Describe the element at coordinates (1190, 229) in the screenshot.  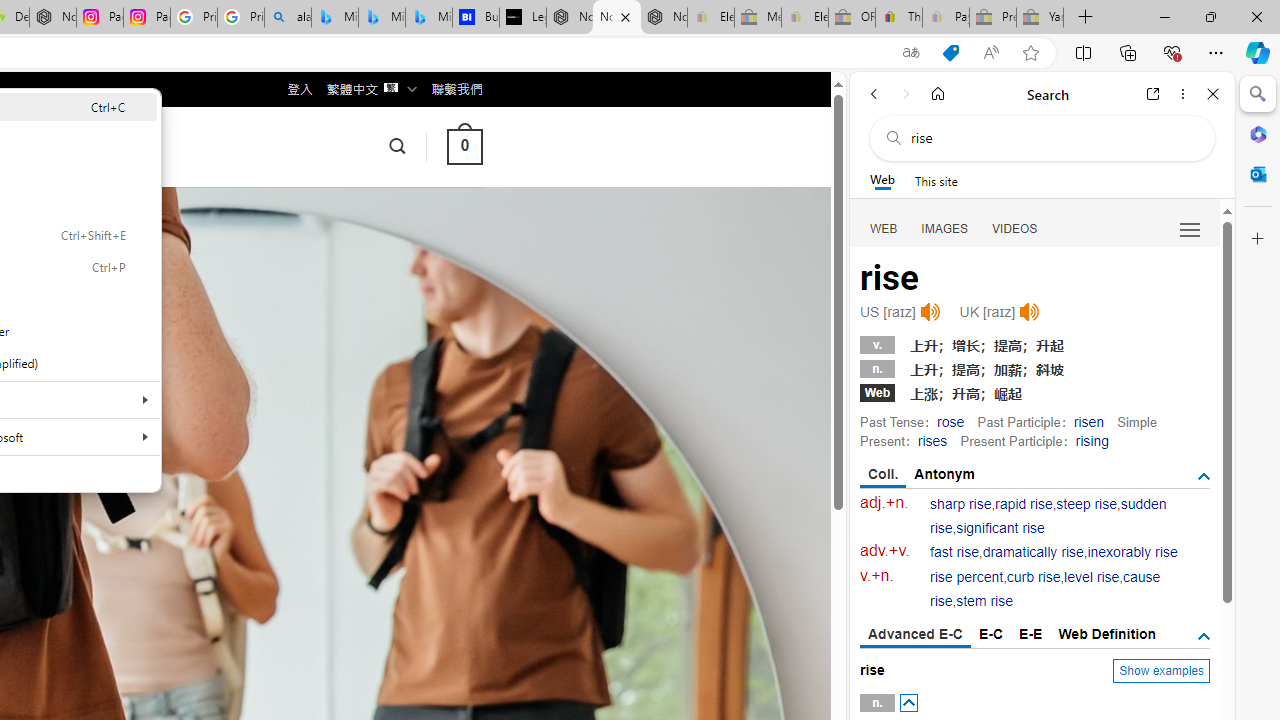
I see `'Class: b_serphb'` at that location.